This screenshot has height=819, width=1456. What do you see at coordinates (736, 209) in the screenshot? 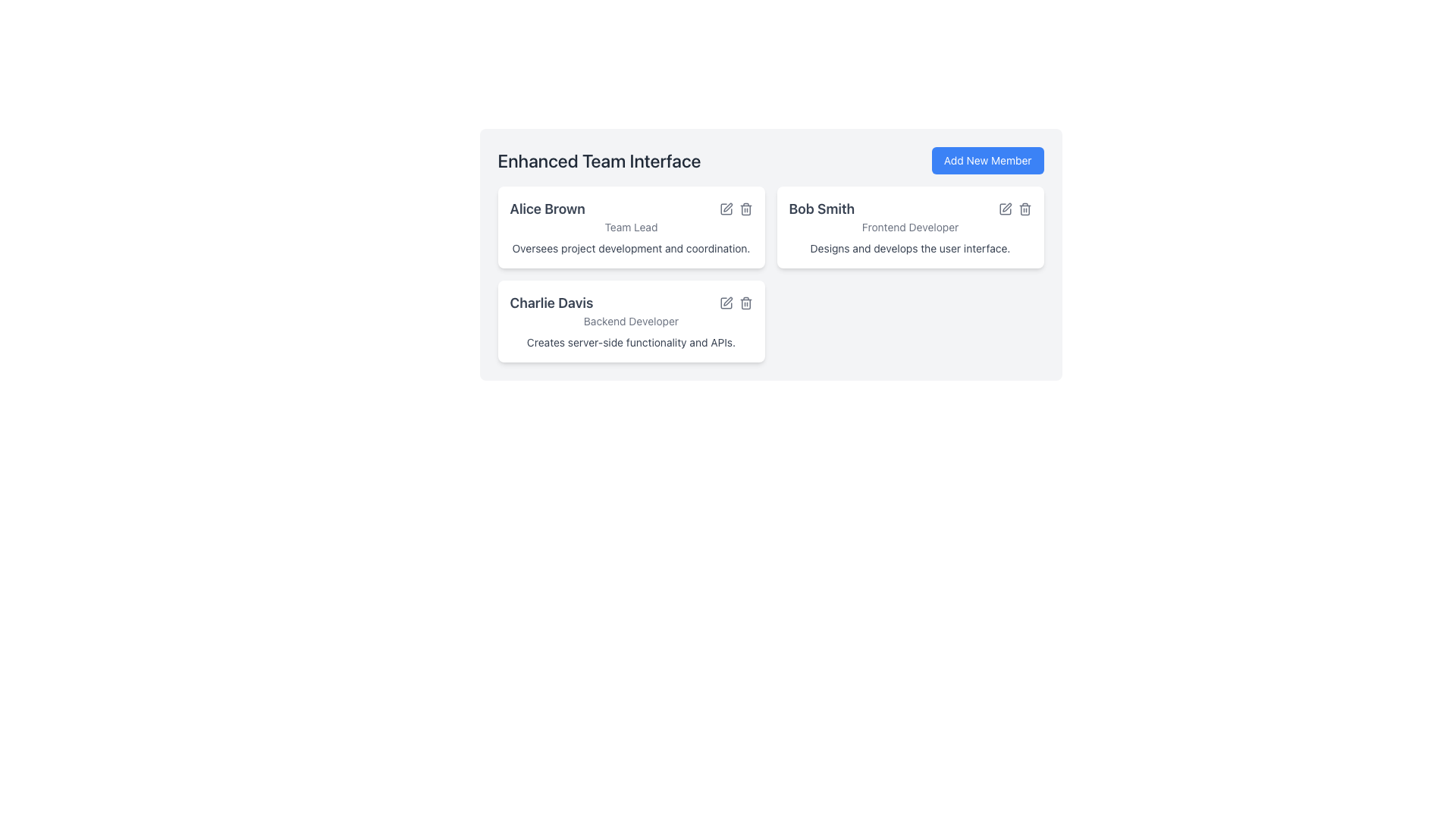
I see `the edit and delete icon group located in the top-right corner of the 'Alice Brown' card to change their color` at bounding box center [736, 209].